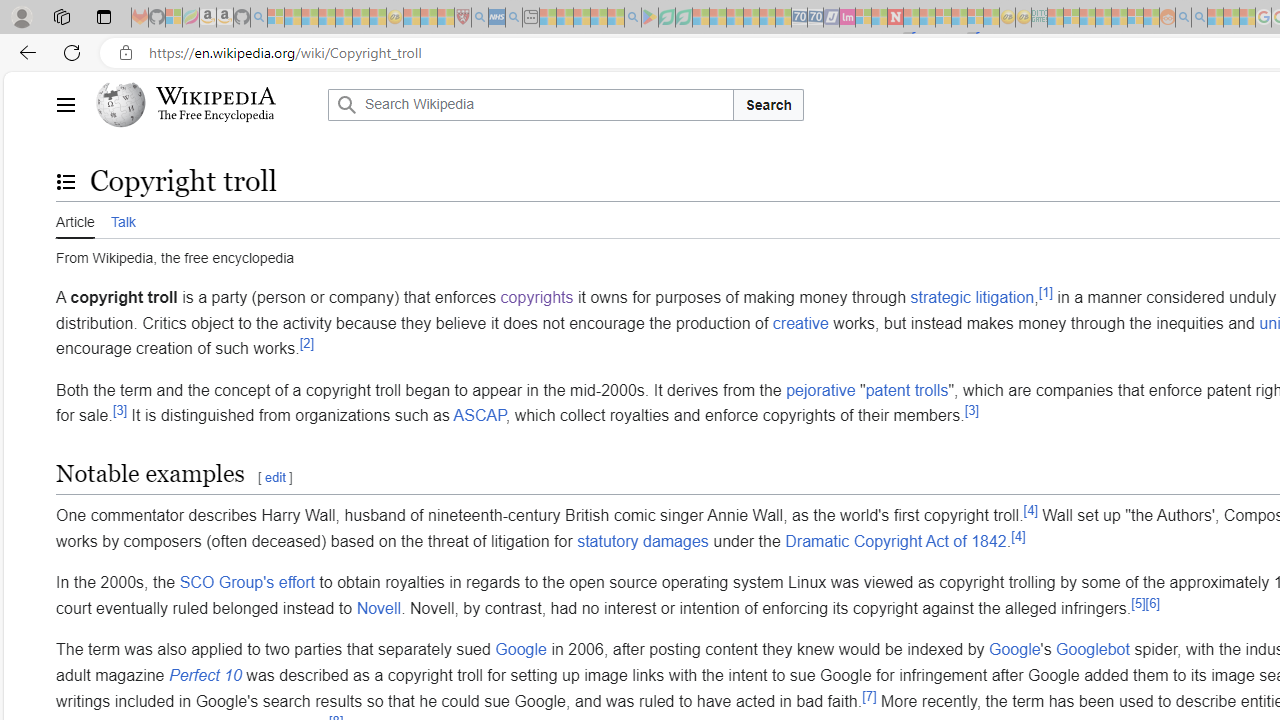  I want to click on 'Jobs - lastminute.com Investor Portal - Sleeping', so click(847, 17).